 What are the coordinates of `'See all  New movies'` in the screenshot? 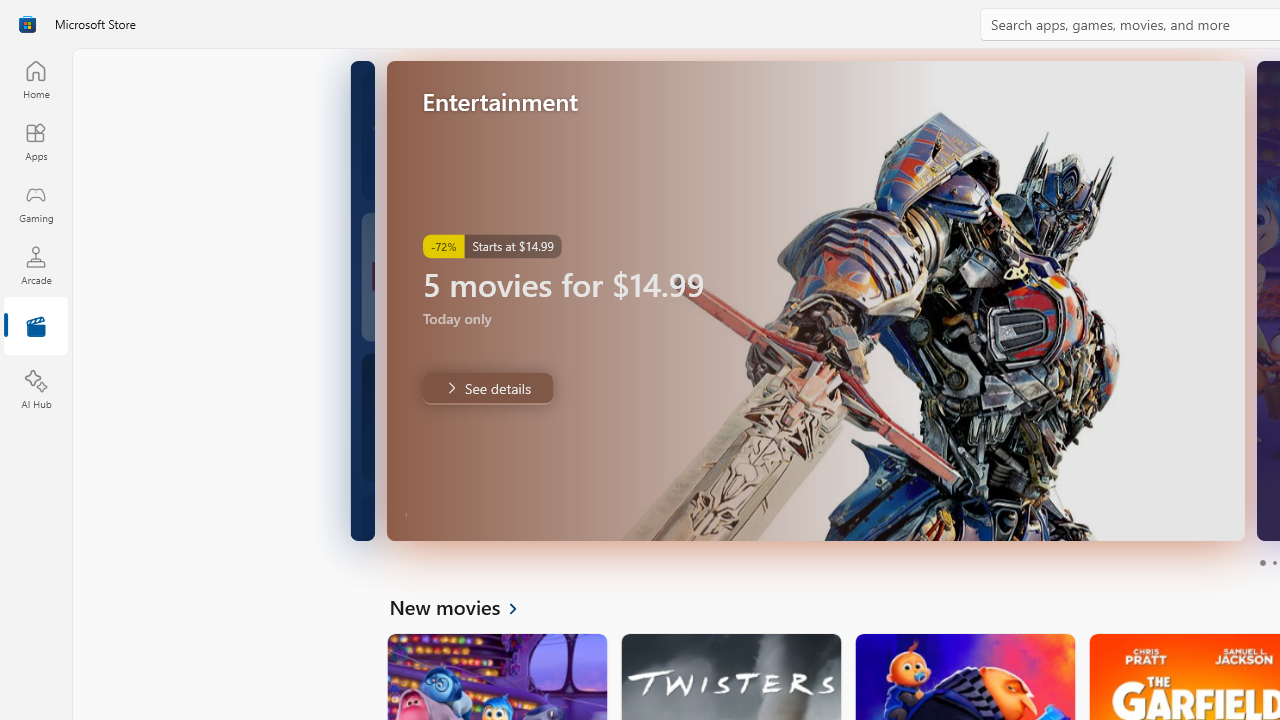 It's located at (464, 605).